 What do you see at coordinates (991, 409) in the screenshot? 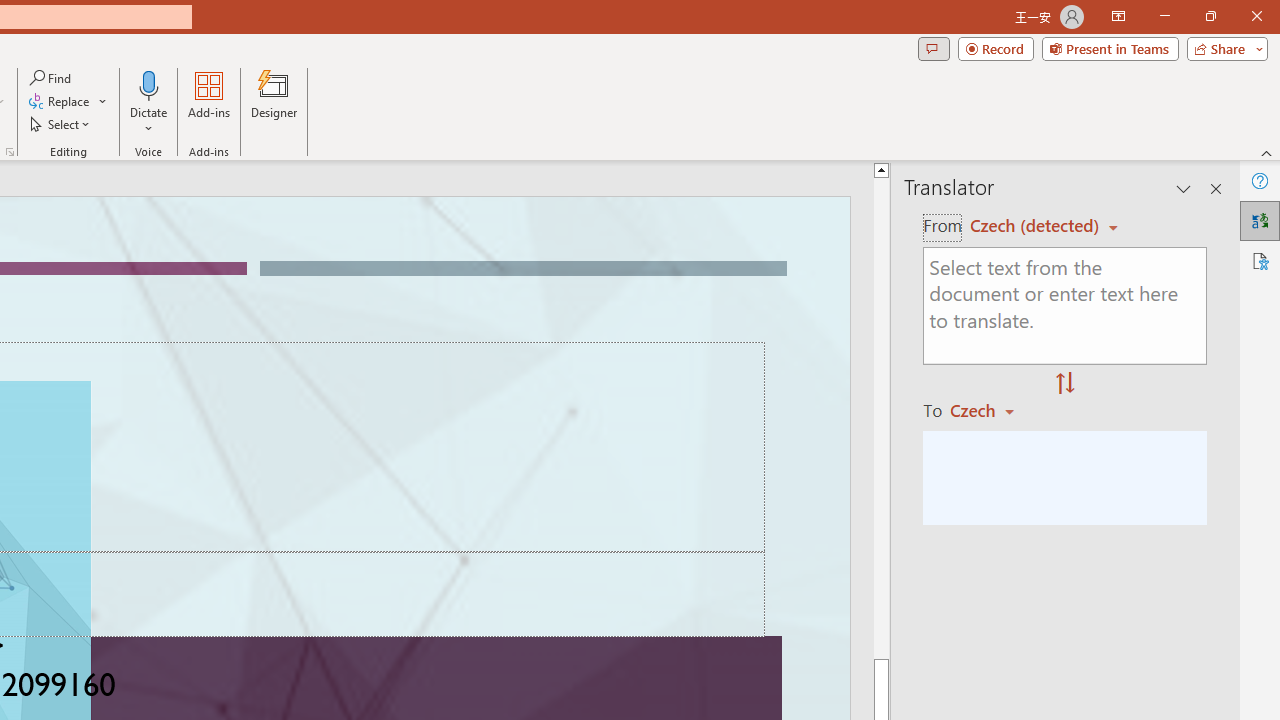
I see `'Czech'` at bounding box center [991, 409].